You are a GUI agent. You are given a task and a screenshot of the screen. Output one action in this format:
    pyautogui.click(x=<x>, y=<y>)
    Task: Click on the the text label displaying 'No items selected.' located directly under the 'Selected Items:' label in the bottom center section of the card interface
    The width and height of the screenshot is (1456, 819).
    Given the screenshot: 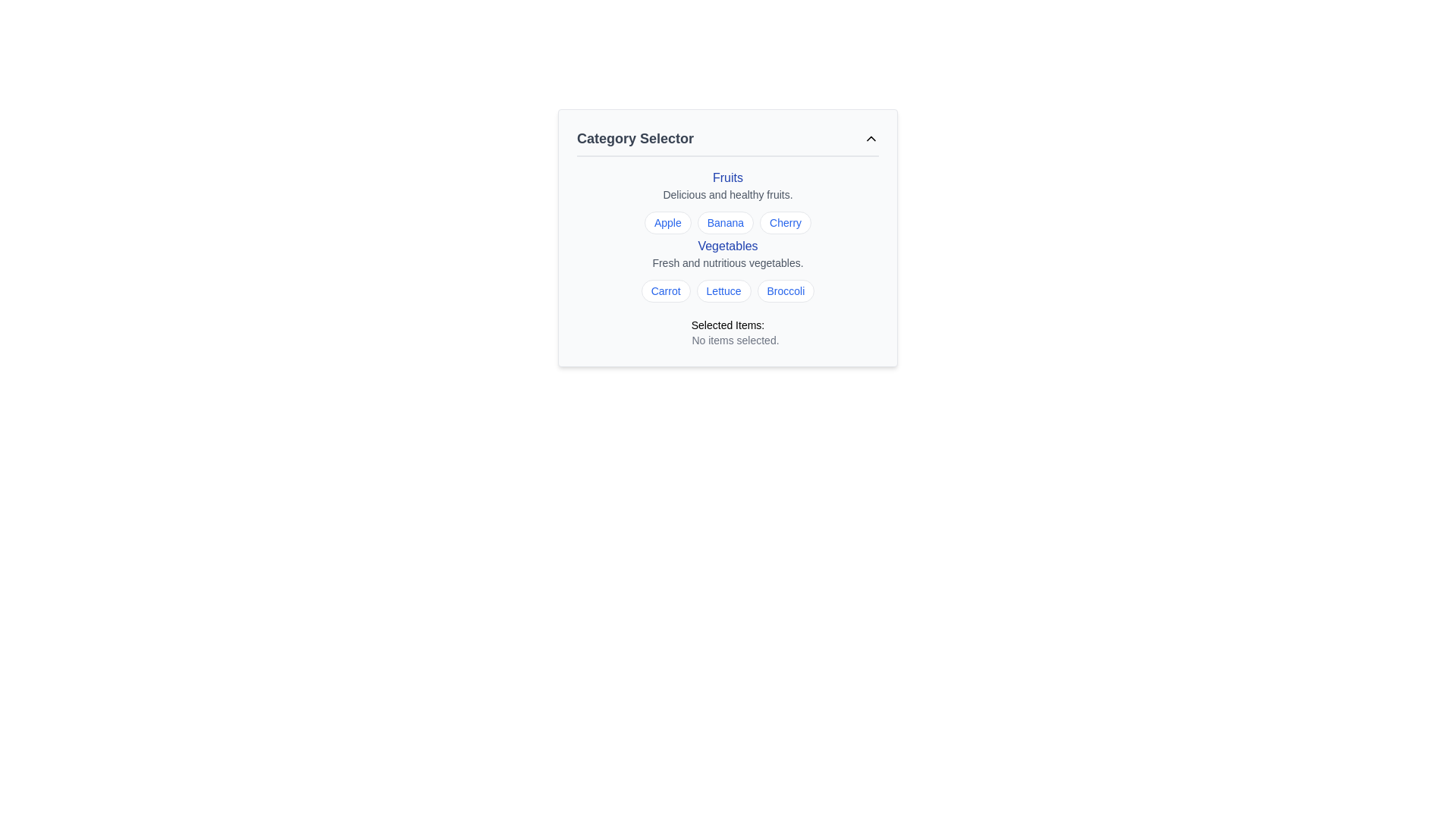 What is the action you would take?
    pyautogui.click(x=728, y=339)
    